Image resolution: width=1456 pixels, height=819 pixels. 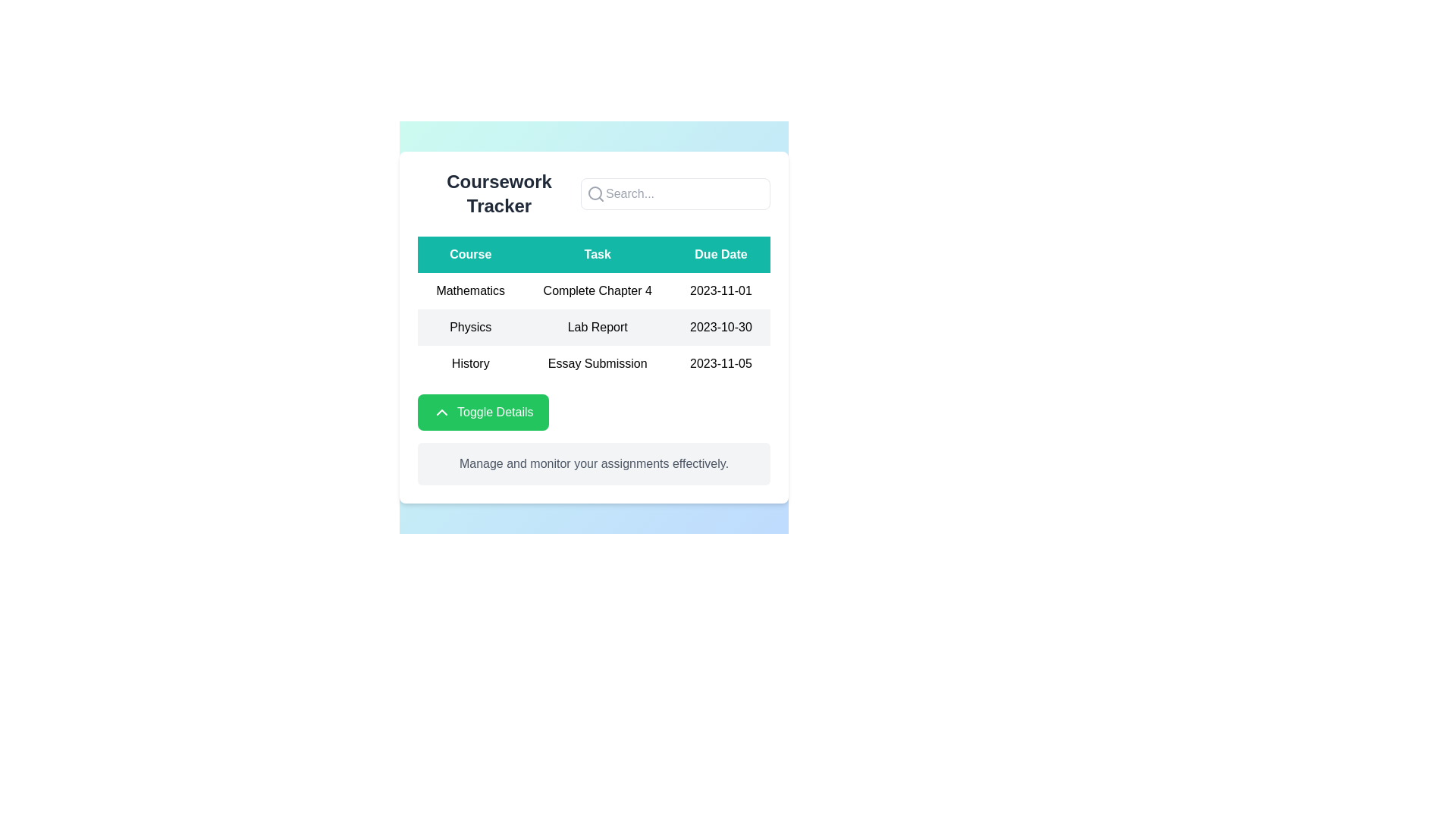 What do you see at coordinates (593, 193) in the screenshot?
I see `the magnifying glass icon in the search input box integrated into the header labeled 'Coursework Tracker'` at bounding box center [593, 193].